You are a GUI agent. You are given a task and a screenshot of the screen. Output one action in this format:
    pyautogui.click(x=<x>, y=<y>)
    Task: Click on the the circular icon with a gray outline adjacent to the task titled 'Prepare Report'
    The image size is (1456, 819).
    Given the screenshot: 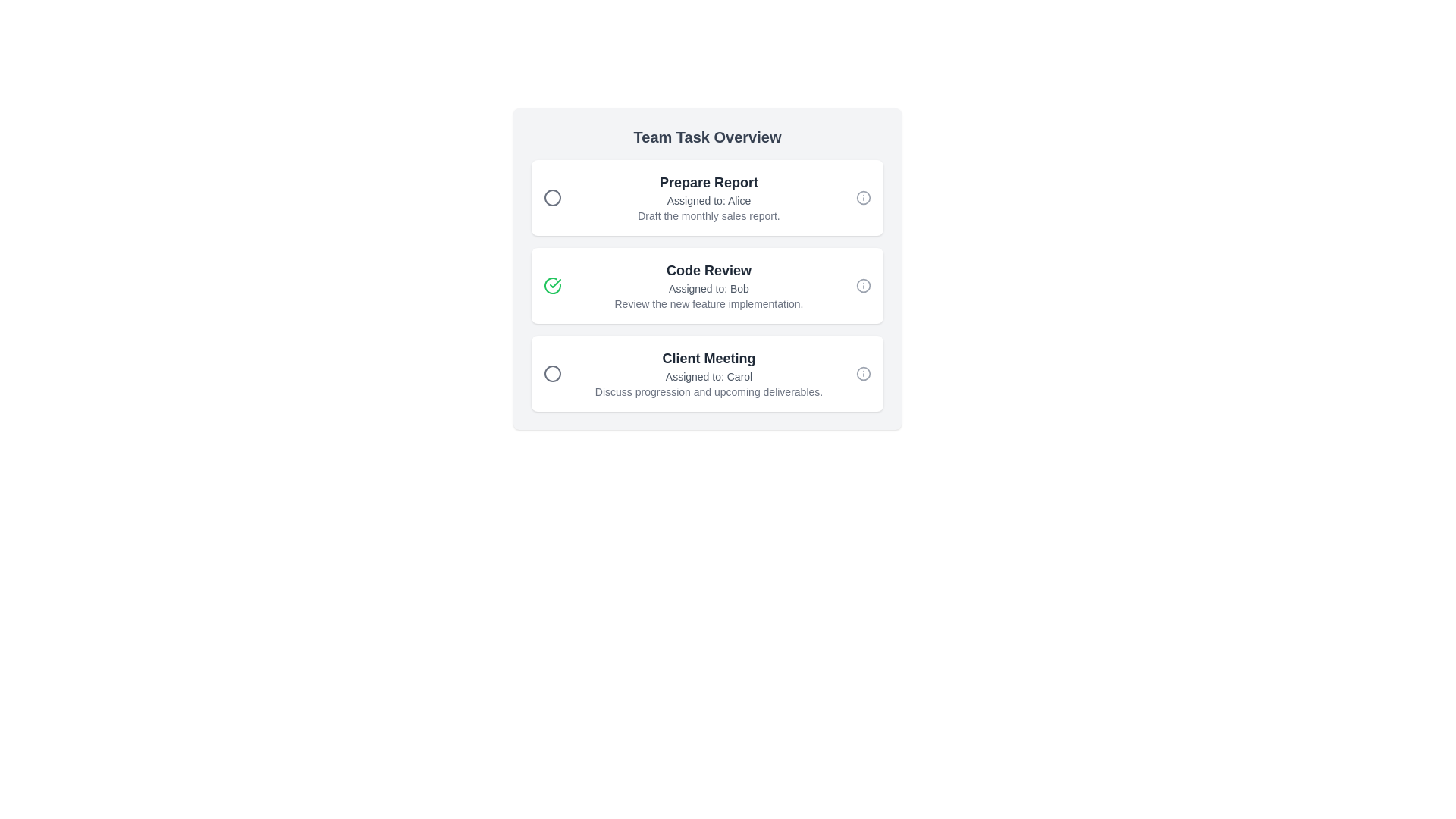 What is the action you would take?
    pyautogui.click(x=552, y=197)
    